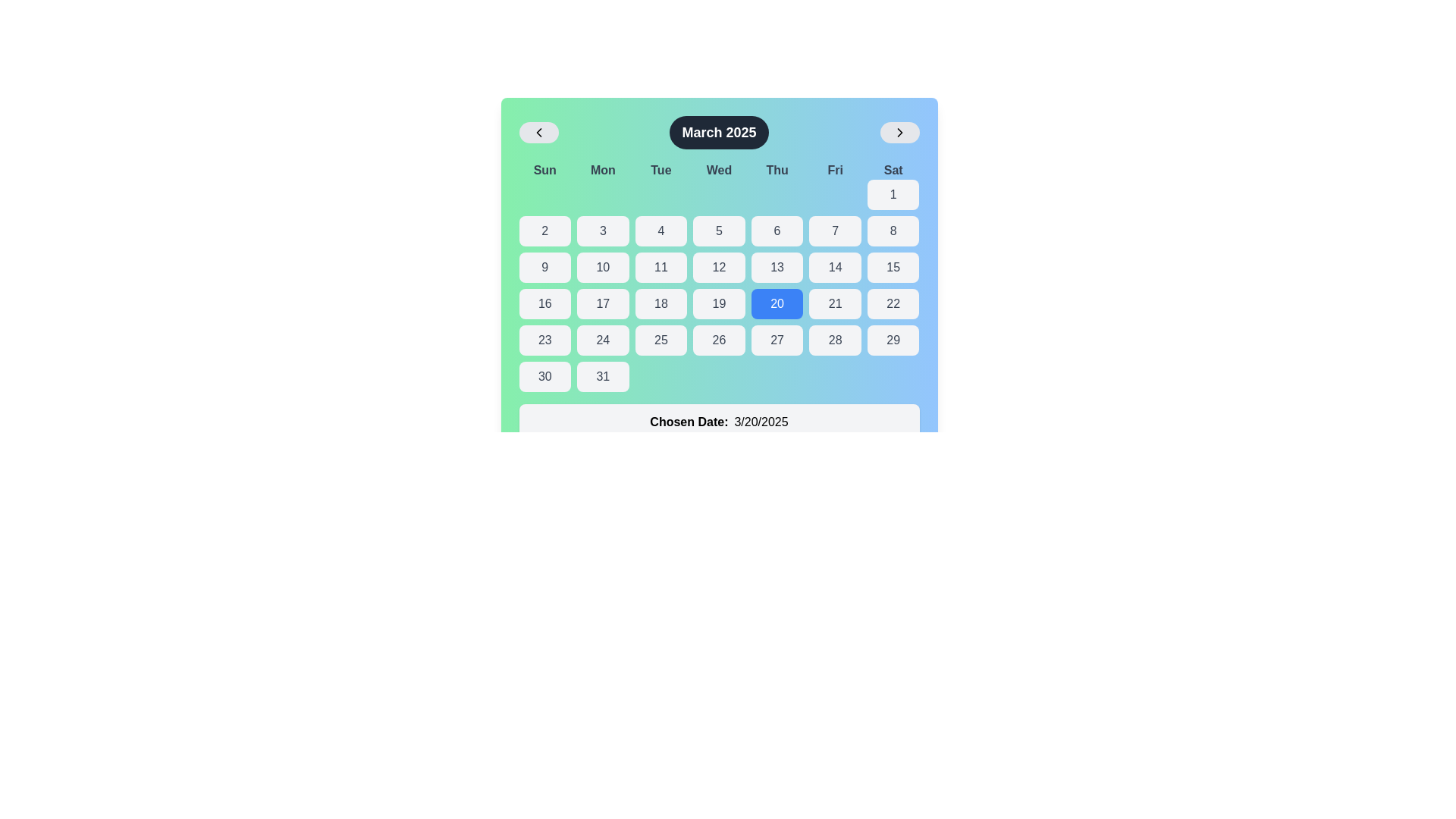  Describe the element at coordinates (777, 339) in the screenshot. I see `the button representing the date 27th of the current month in the calendar interface` at that location.